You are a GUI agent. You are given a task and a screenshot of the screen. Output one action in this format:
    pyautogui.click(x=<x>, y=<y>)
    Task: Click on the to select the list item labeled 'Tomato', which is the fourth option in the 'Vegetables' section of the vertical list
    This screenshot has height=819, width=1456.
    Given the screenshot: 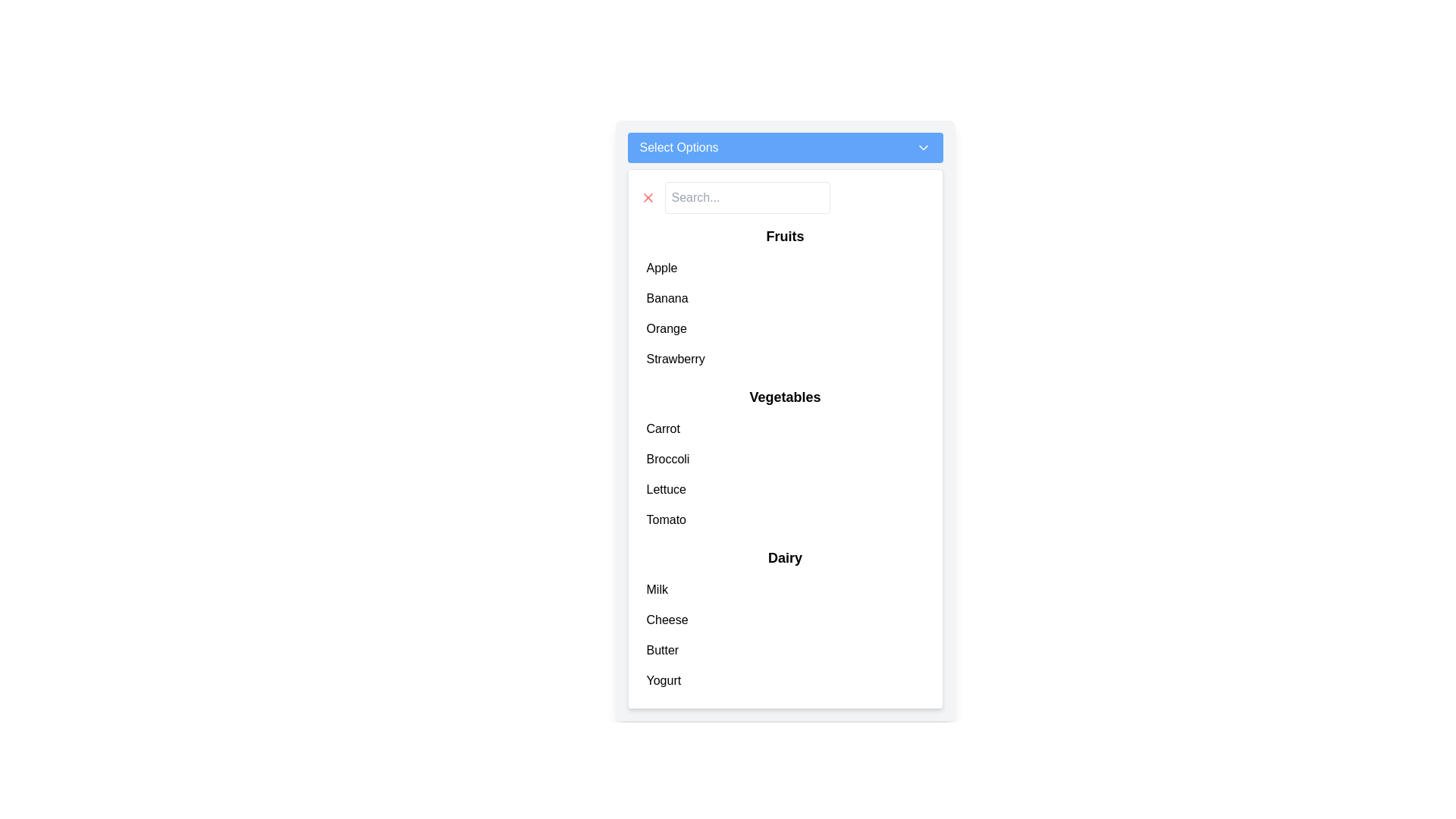 What is the action you would take?
    pyautogui.click(x=785, y=519)
    